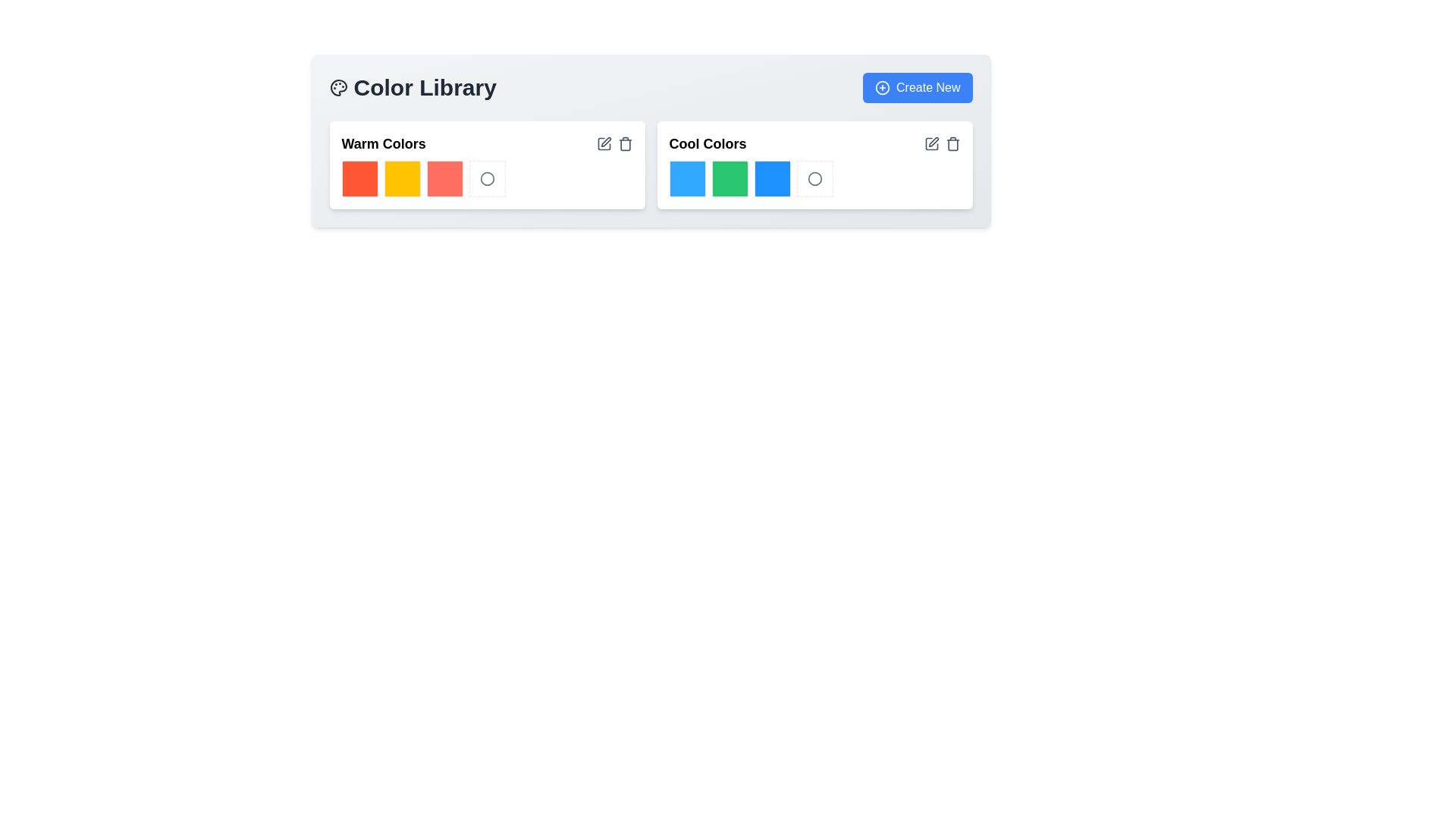  Describe the element at coordinates (487, 177) in the screenshot. I see `the button with a dashed border and a circular gray icon, located in the 'Warm Colors' section` at that location.